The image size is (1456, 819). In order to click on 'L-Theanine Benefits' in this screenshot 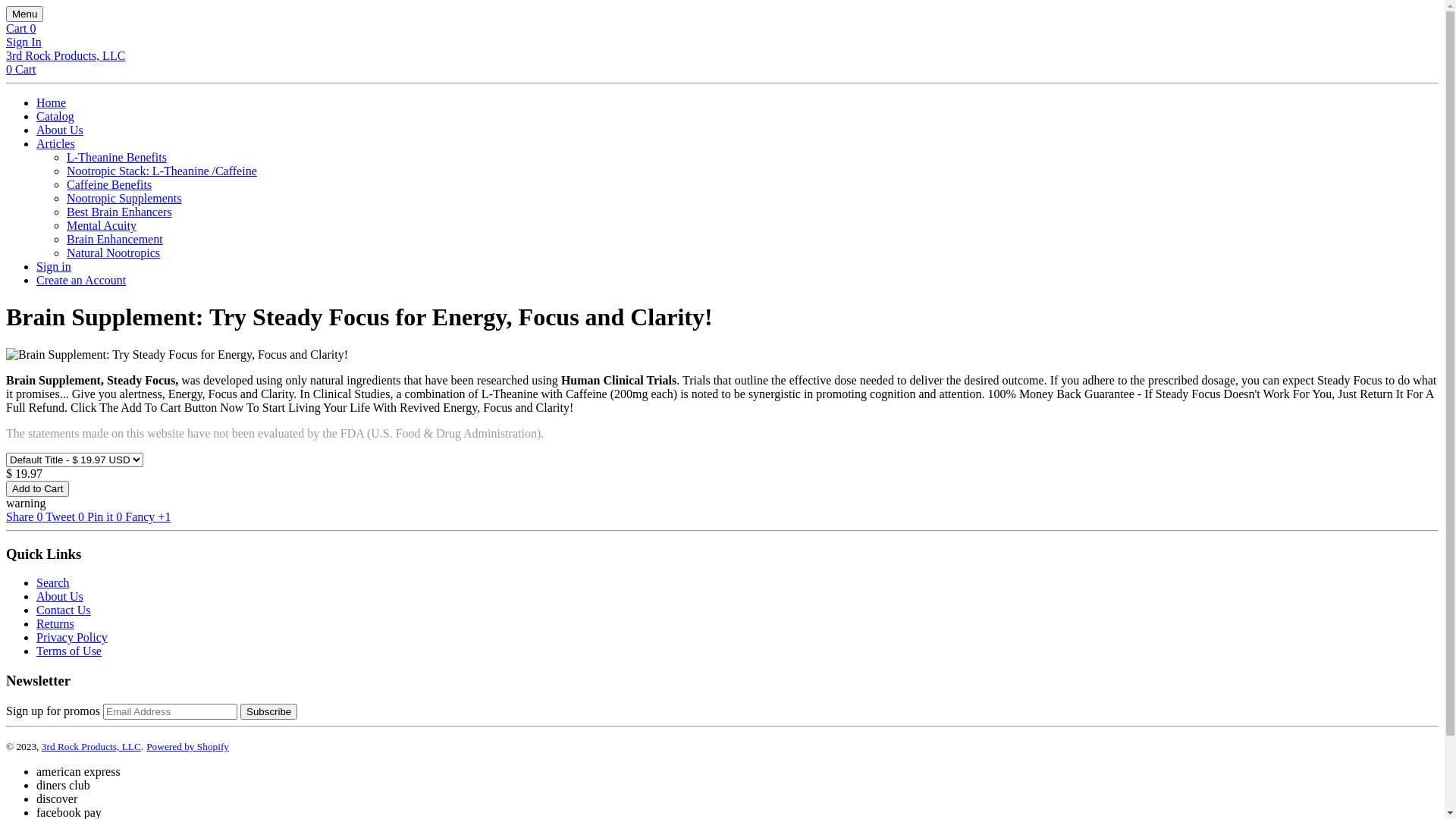, I will do `click(115, 157)`.